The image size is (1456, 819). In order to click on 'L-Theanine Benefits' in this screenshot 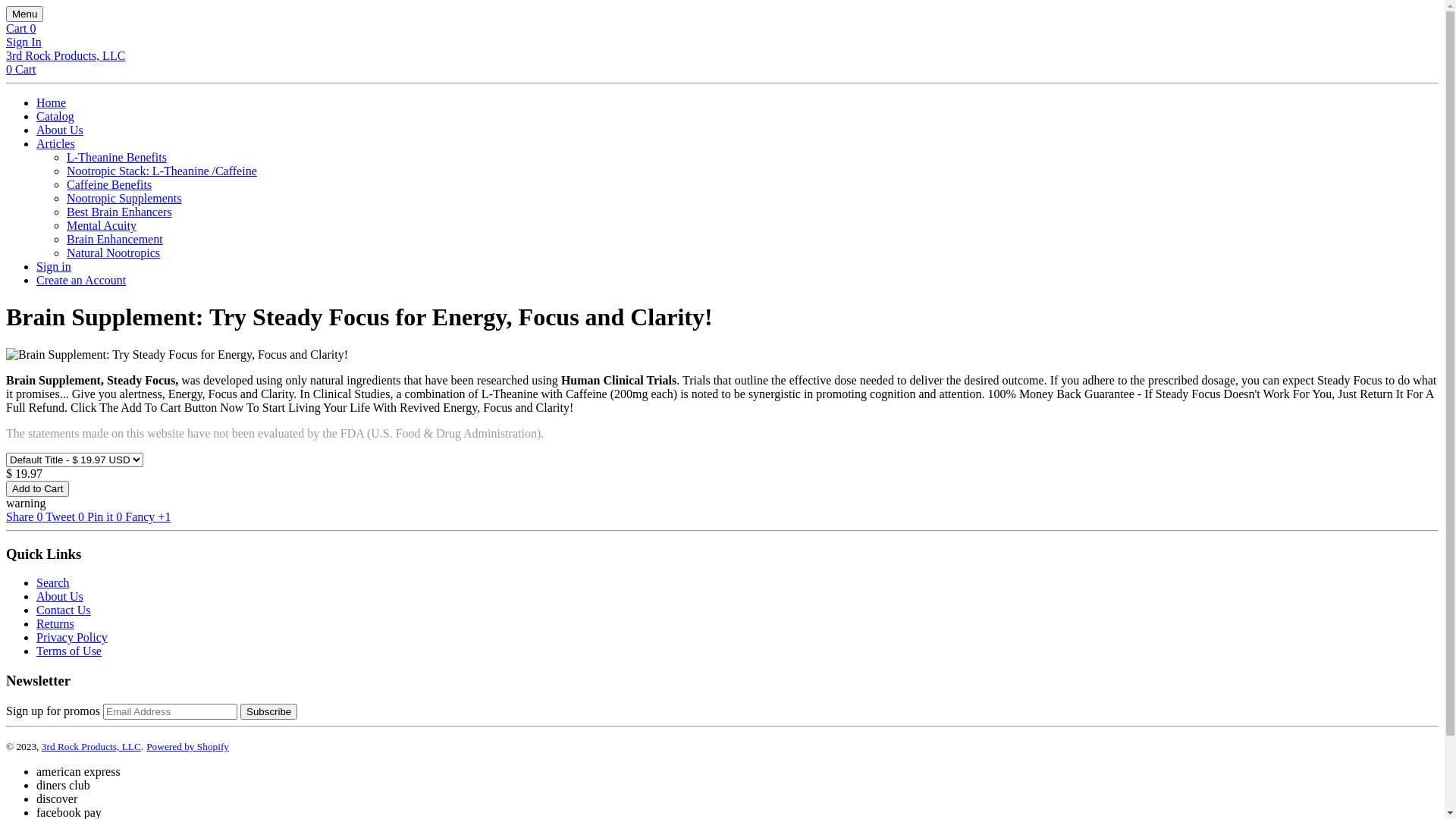, I will do `click(115, 157)`.